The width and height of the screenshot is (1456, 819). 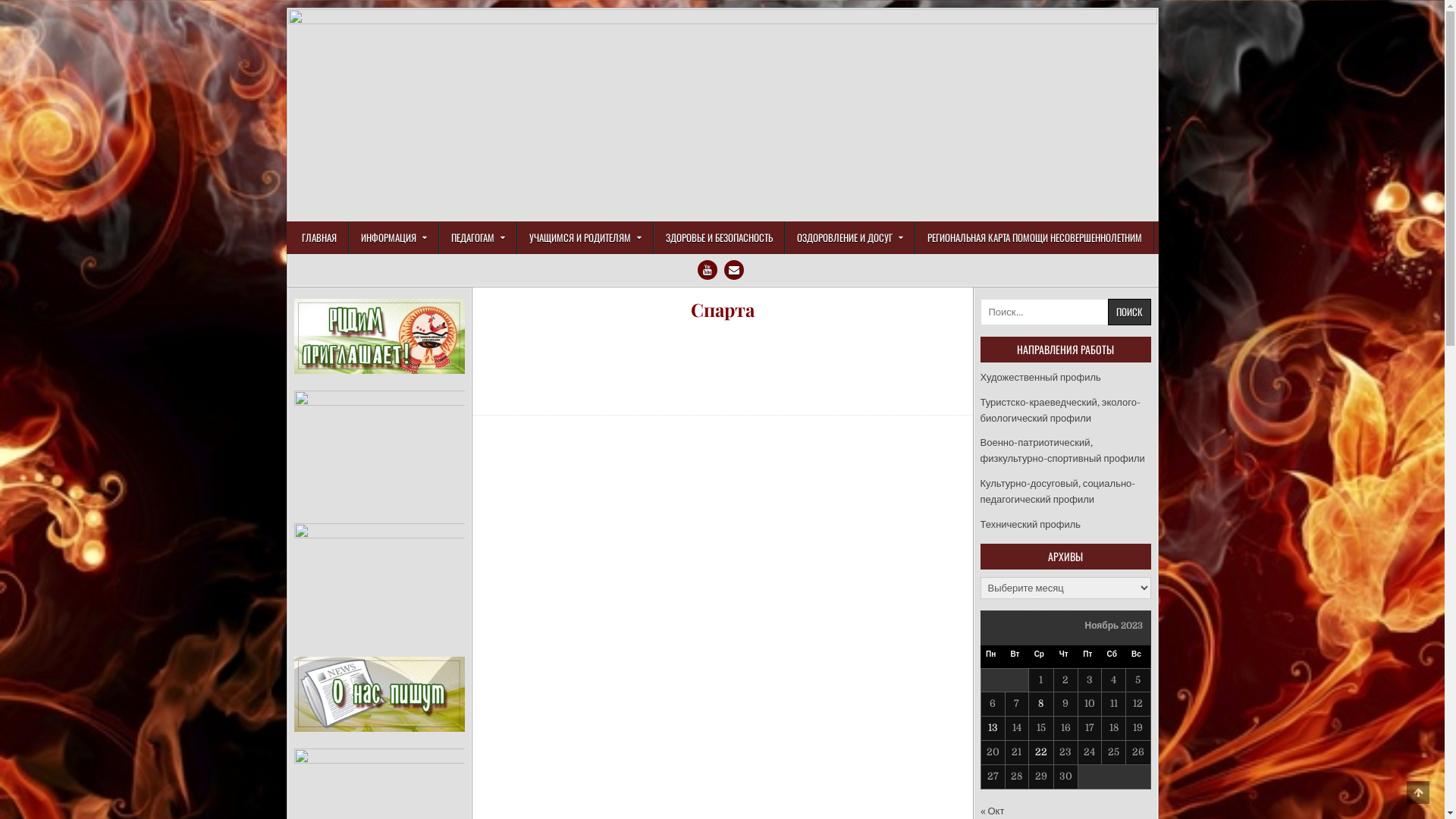 What do you see at coordinates (706, 268) in the screenshot?
I see `'Youtube'` at bounding box center [706, 268].